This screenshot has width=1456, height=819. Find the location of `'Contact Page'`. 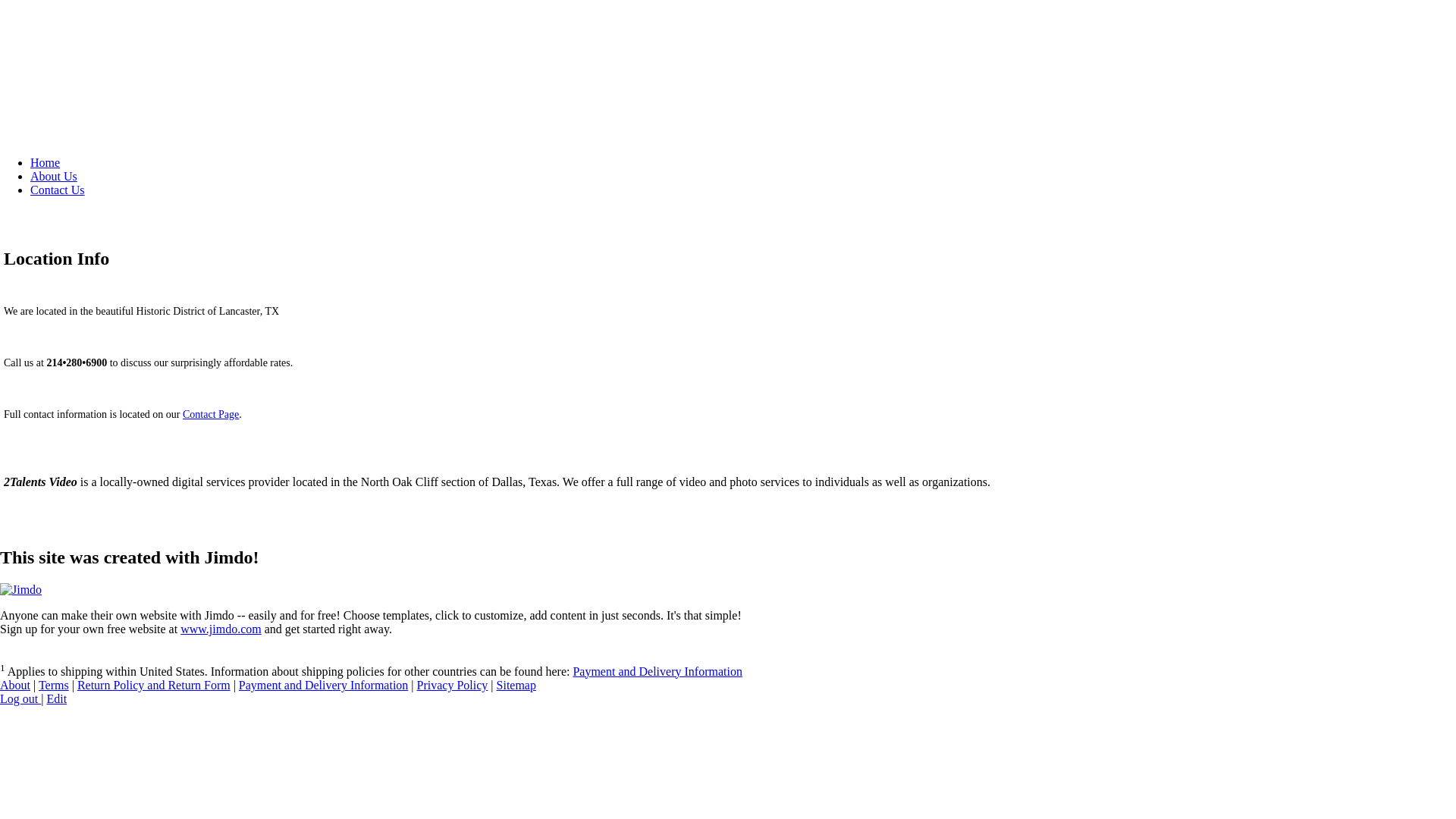

'Contact Page' is located at coordinates (210, 414).